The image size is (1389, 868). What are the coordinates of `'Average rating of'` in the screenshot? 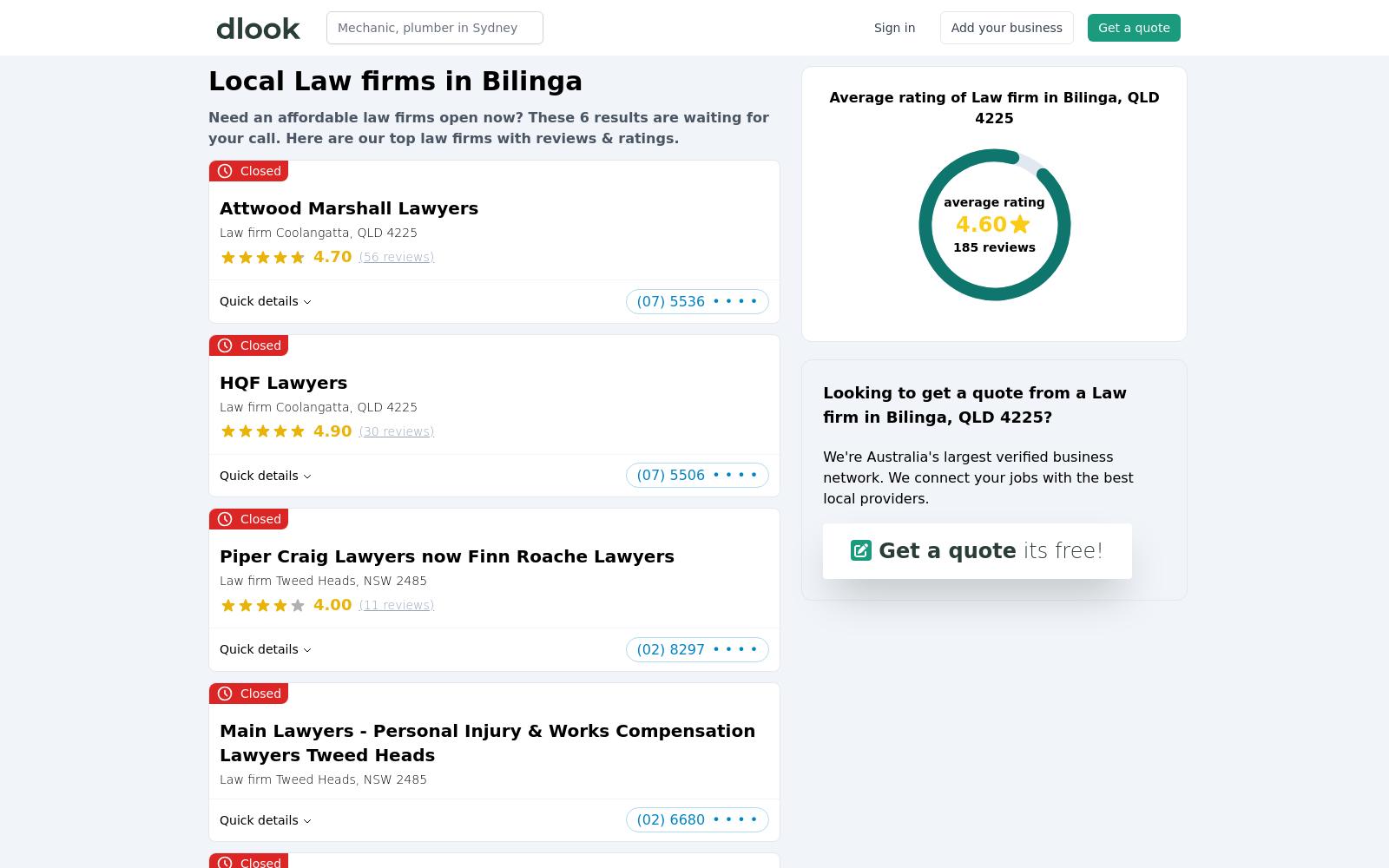 It's located at (899, 96).